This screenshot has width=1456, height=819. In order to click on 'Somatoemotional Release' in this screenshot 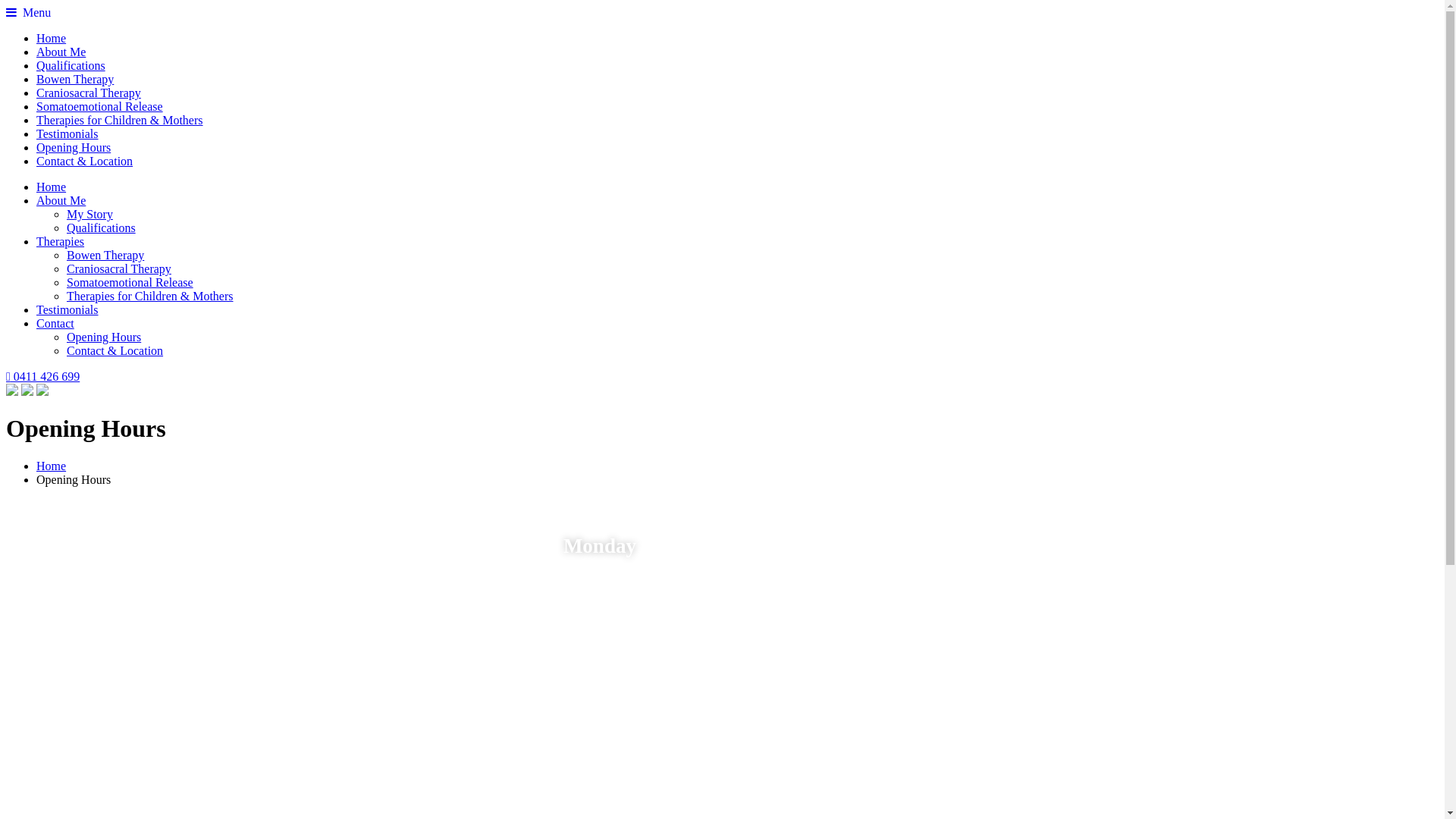, I will do `click(99, 105)`.